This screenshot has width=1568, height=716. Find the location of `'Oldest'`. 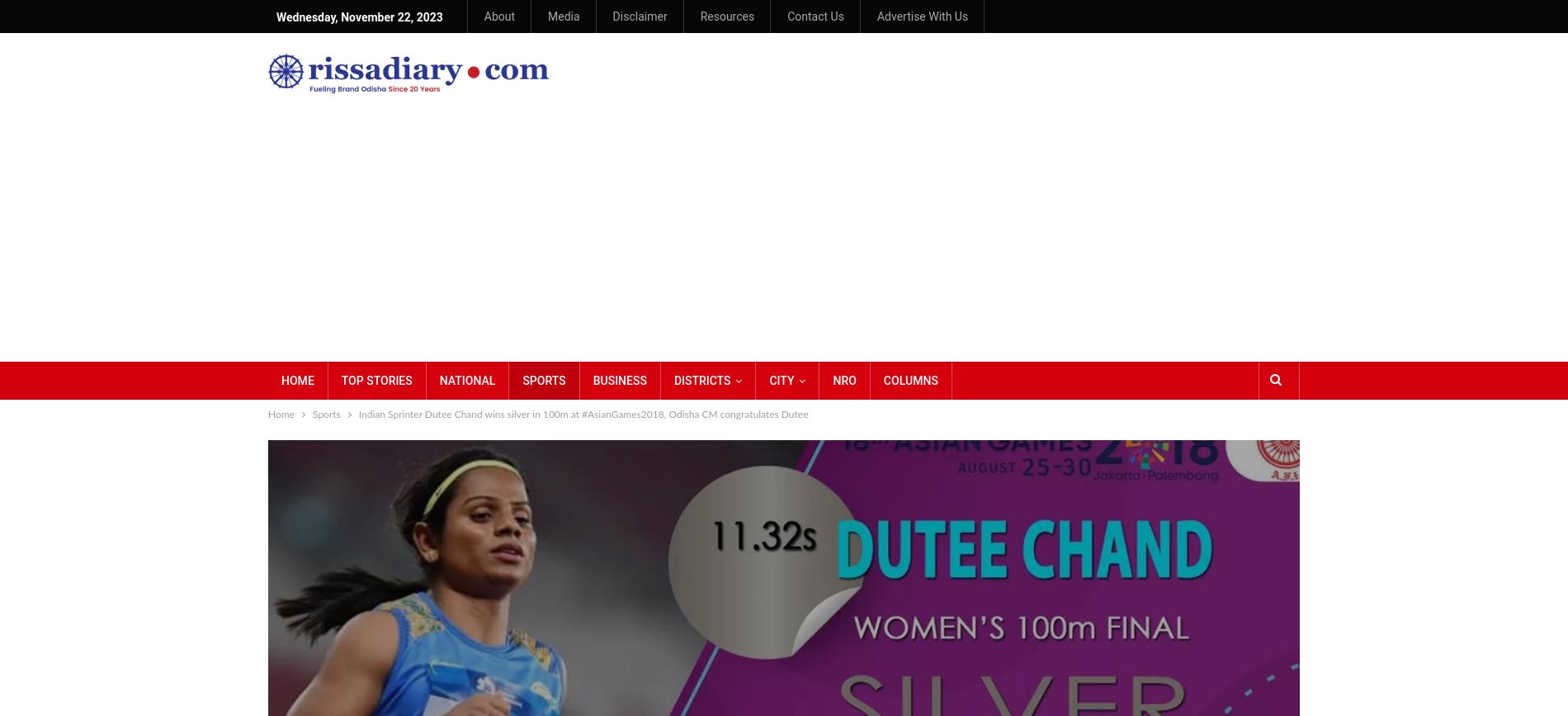

'Oldest' is located at coordinates (1158, 110).